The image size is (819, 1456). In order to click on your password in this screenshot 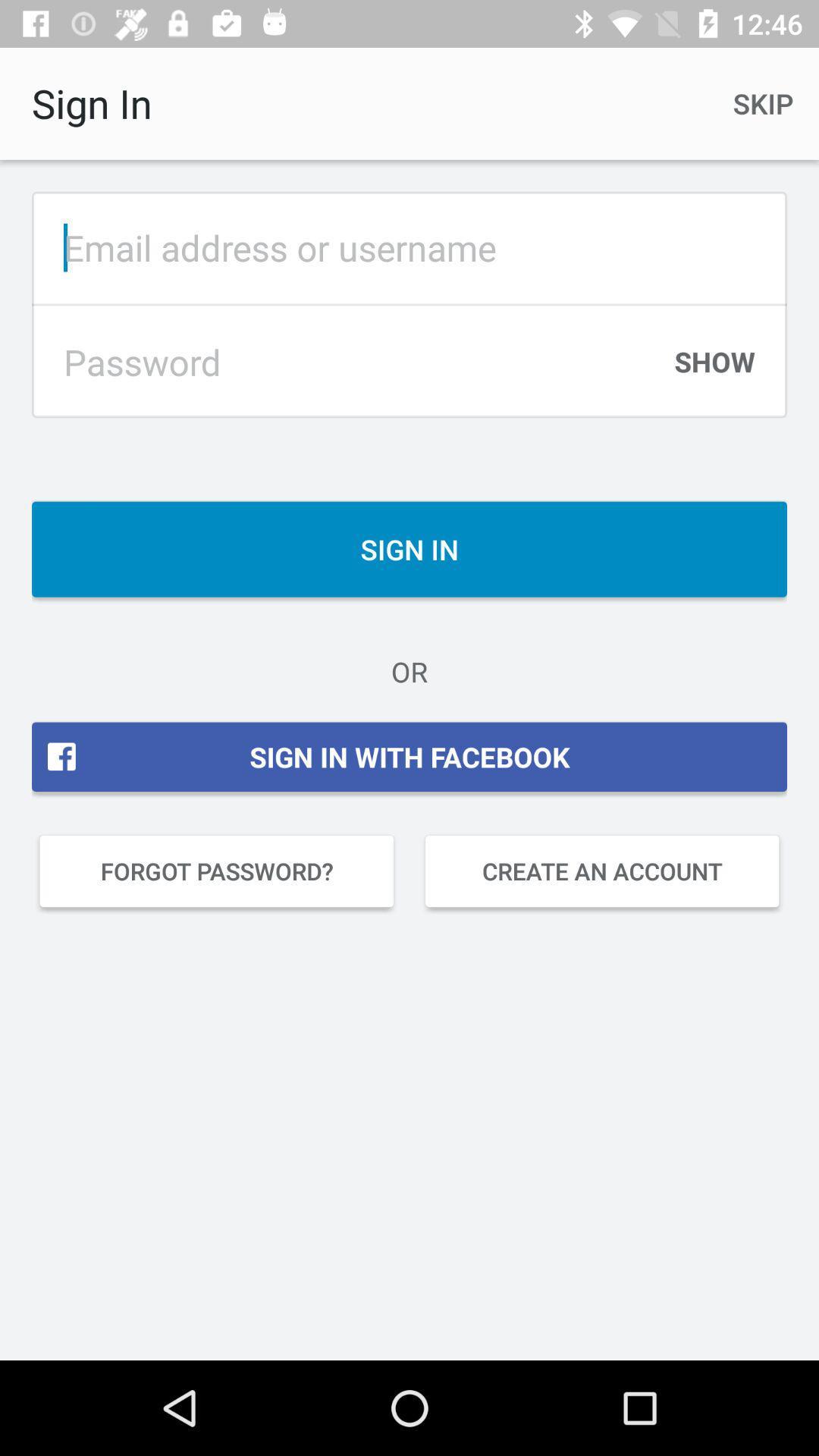, I will do `click(350, 361)`.